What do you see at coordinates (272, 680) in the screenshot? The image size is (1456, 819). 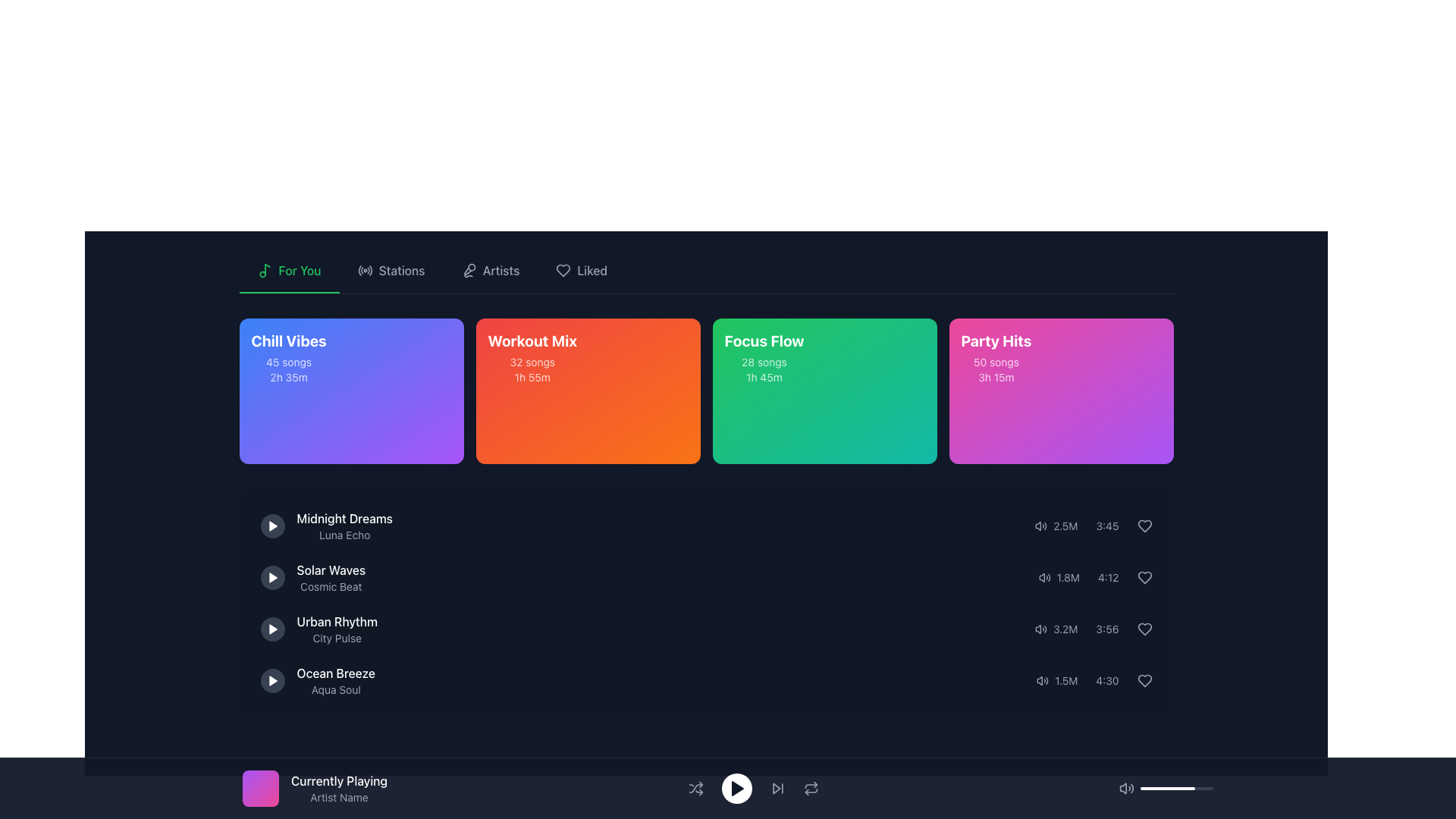 I see `the fourth play button in the vertical list of music tracks under the track titled 'Ocean Breeze' by 'Aqua Soul'` at bounding box center [272, 680].